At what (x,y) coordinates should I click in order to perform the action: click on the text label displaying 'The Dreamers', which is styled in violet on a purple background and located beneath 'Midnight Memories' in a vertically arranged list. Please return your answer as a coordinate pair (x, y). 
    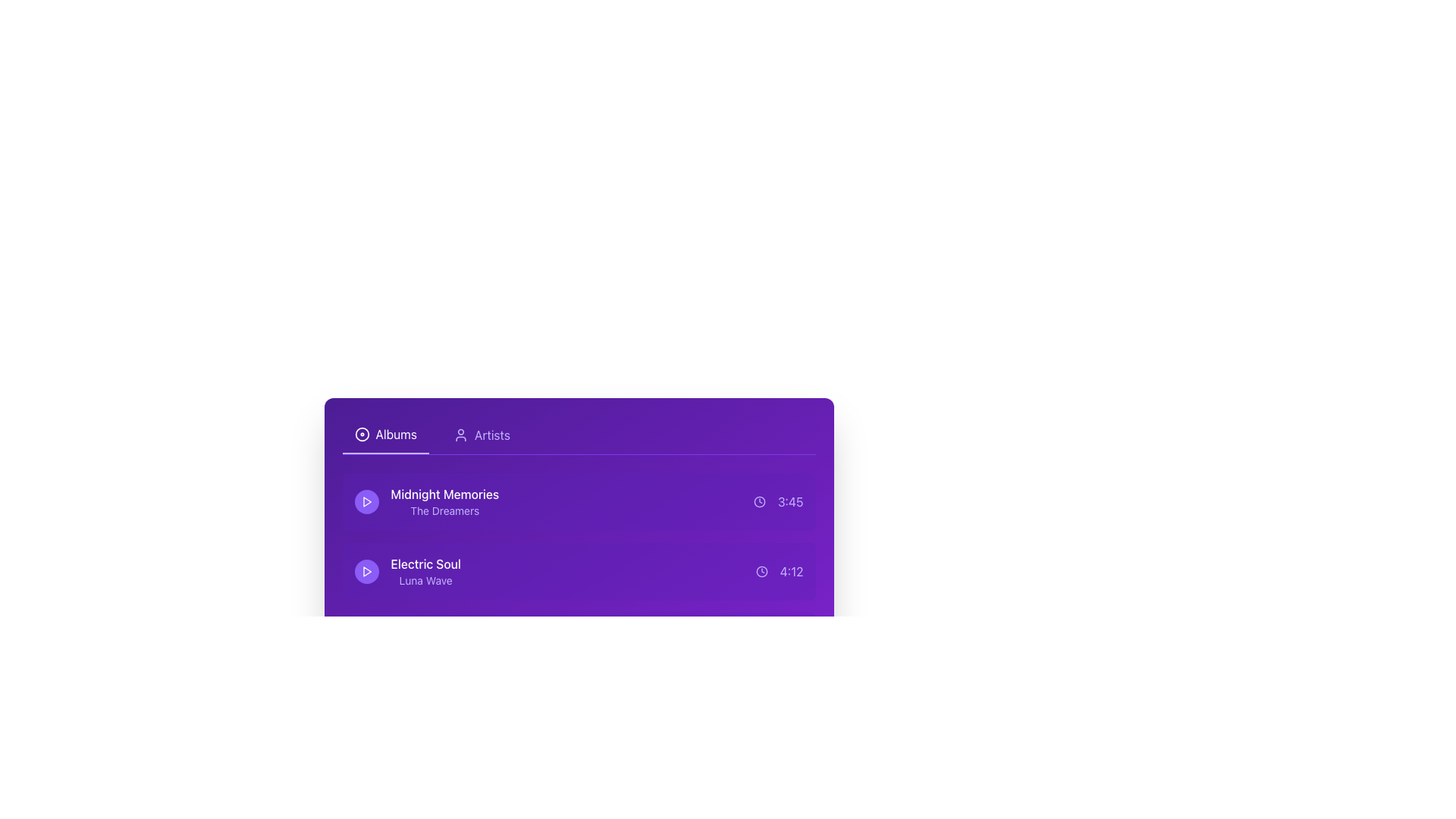
    Looking at the image, I should click on (444, 511).